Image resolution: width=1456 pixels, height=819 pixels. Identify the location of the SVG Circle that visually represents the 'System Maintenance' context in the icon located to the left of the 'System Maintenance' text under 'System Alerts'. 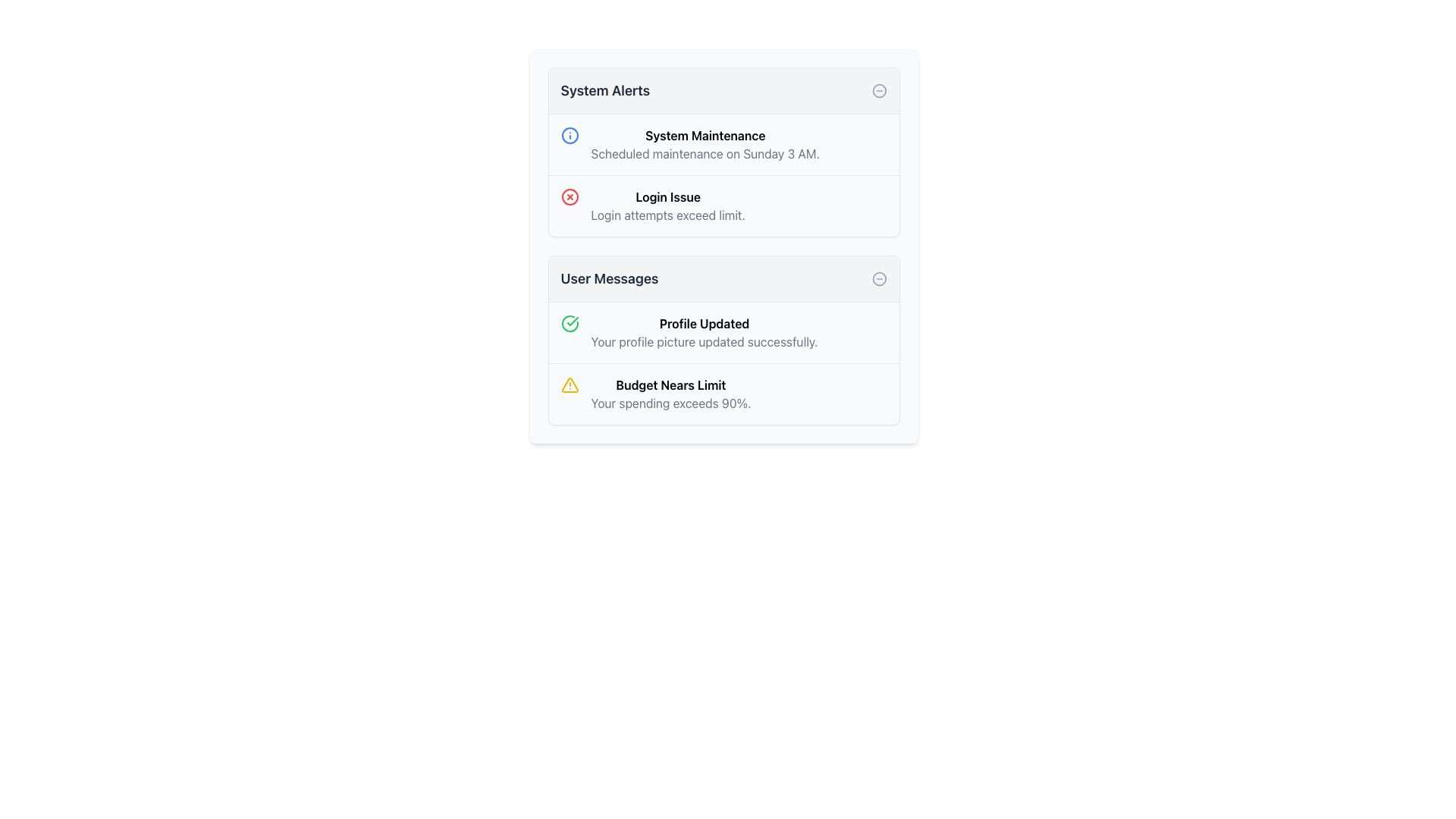
(569, 134).